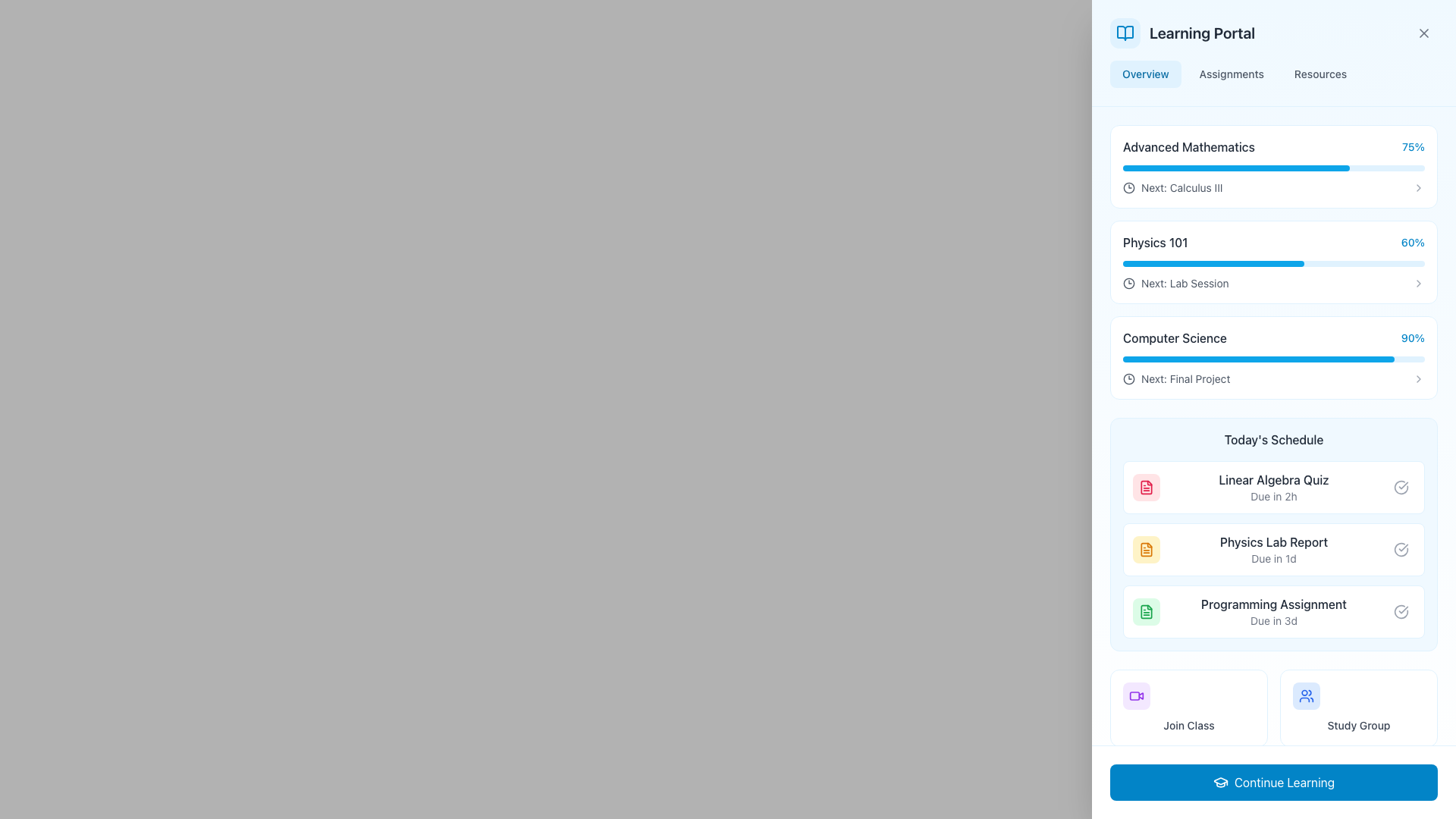  I want to click on the subject name displayed, so click(1274, 146).